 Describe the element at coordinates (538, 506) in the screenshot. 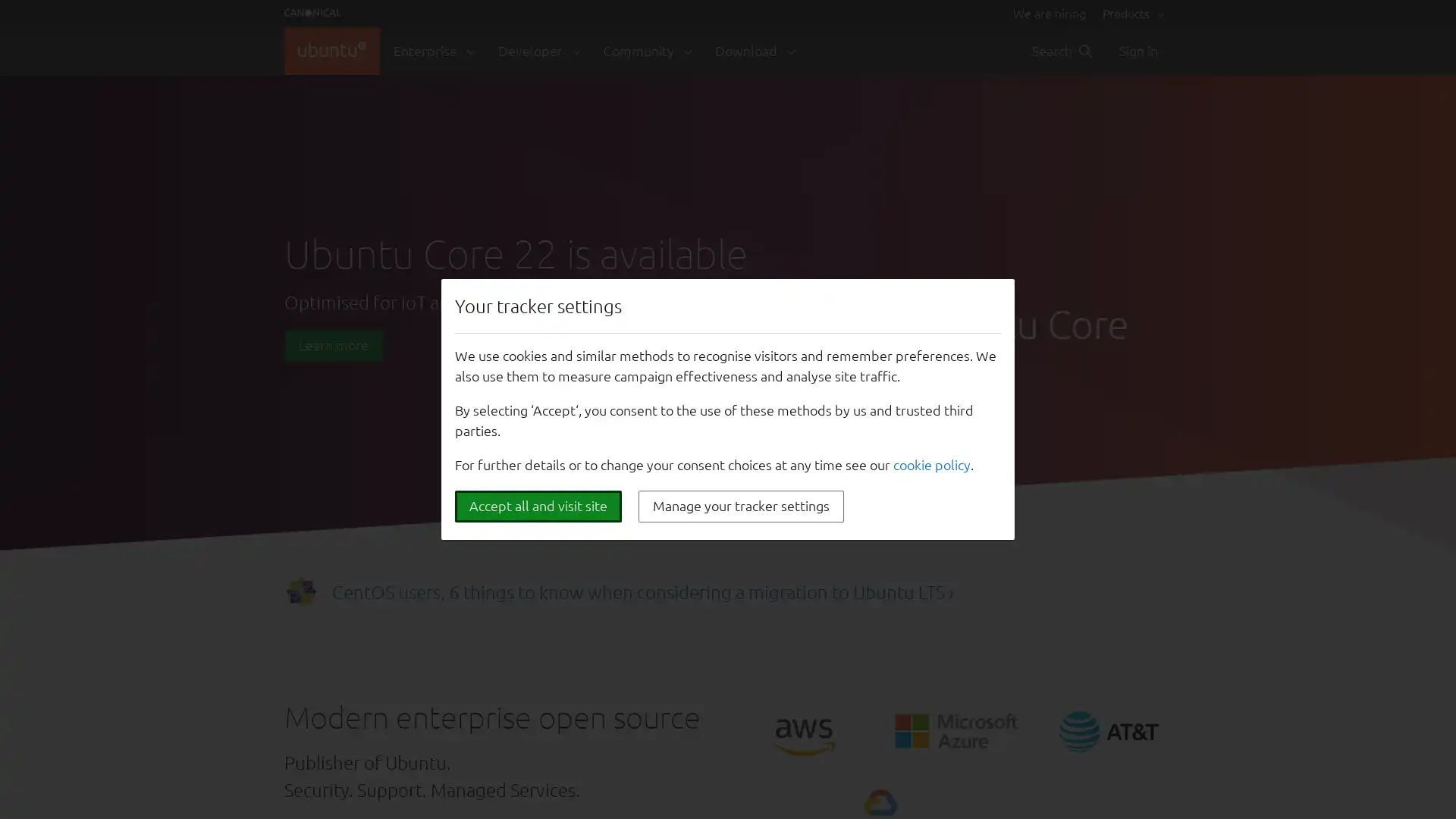

I see `Accept all and visit site` at that location.